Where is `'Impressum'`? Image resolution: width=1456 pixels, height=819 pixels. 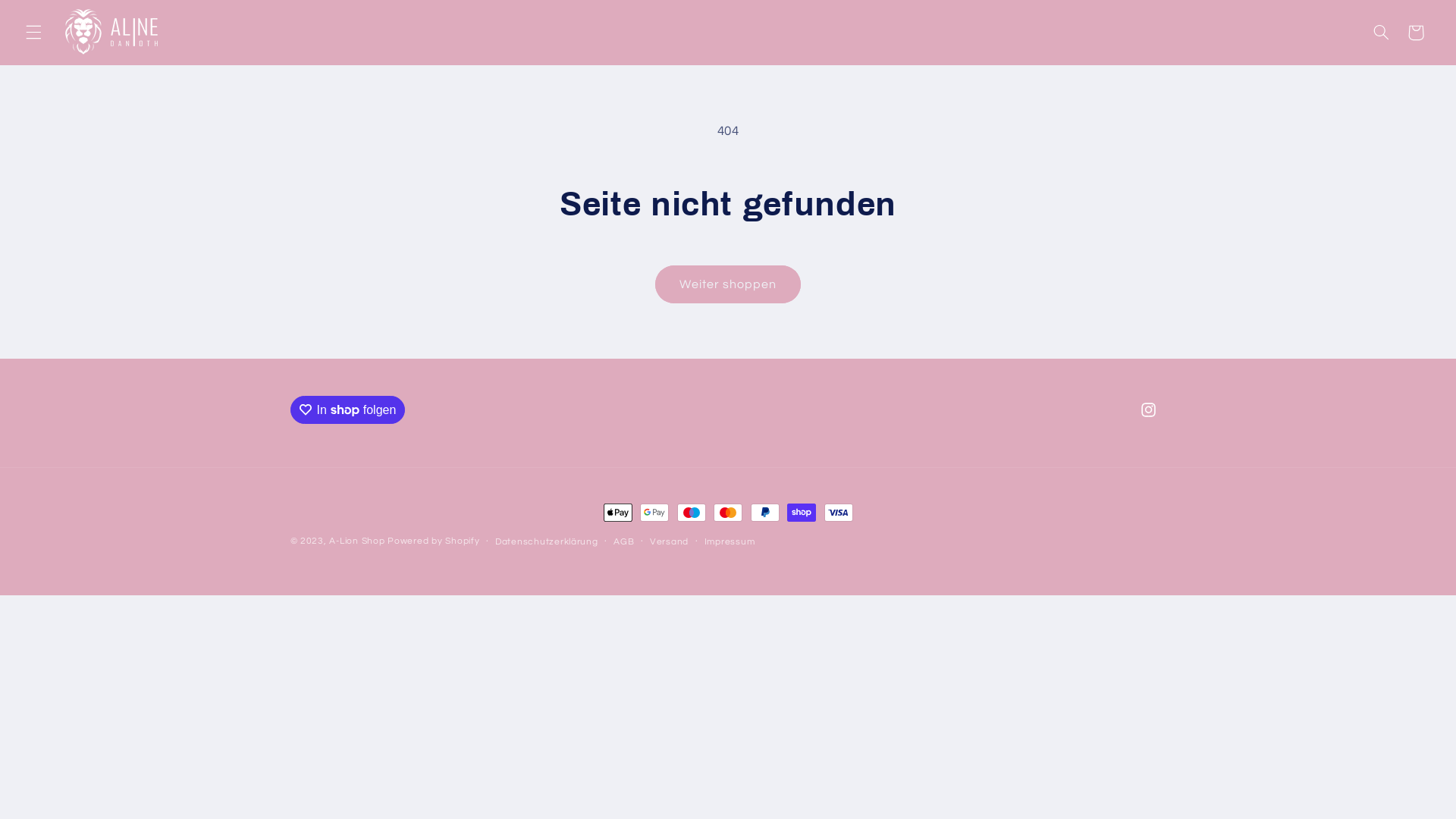 'Impressum' is located at coordinates (730, 541).